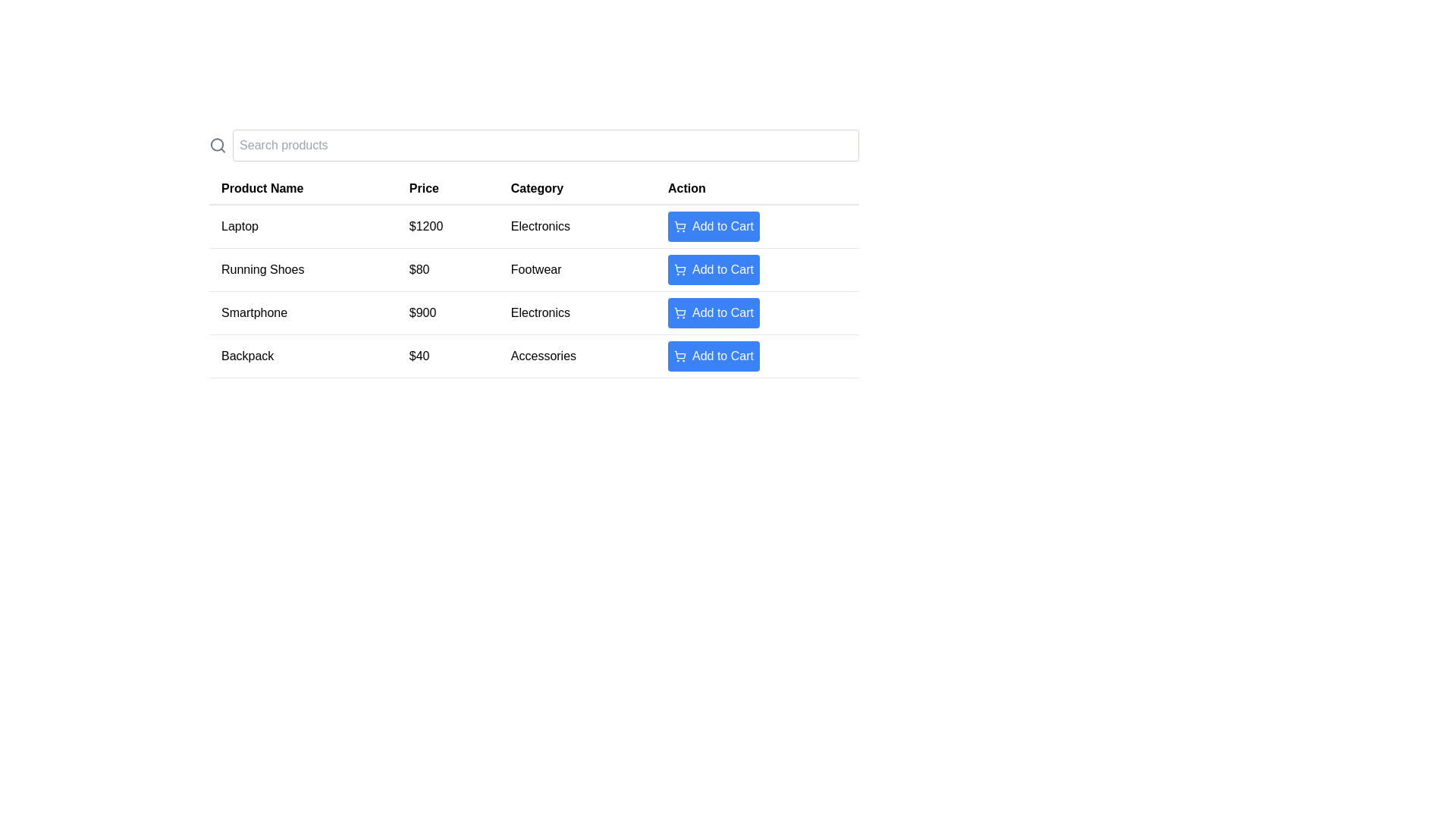 Image resolution: width=1456 pixels, height=819 pixels. Describe the element at coordinates (757, 312) in the screenshot. I see `the button on the far right column of the tabular layout corresponding to the product 'Smartphone'` at that location.